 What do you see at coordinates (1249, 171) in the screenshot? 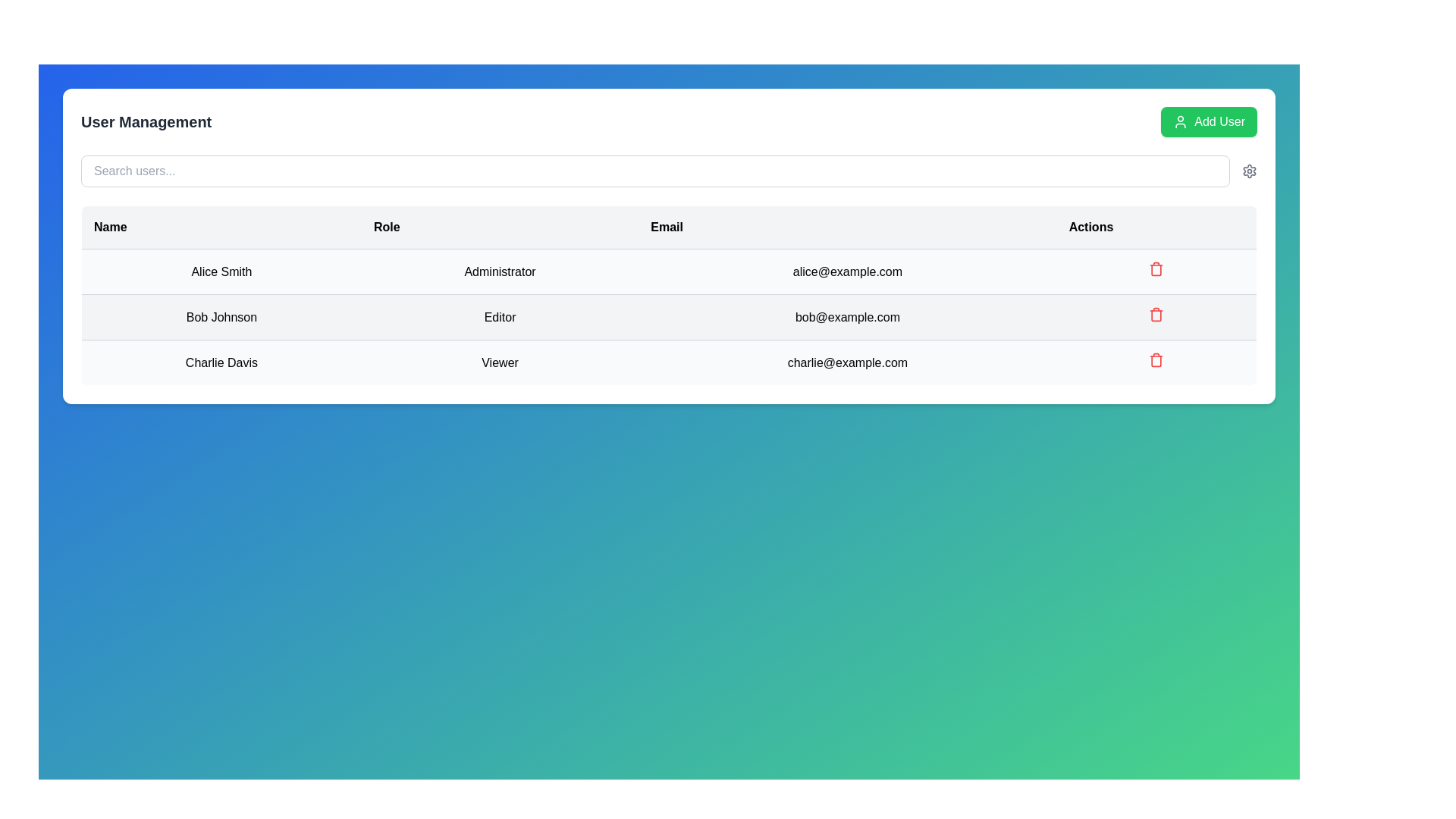
I see `the interactive settings icon located in the top-right corner of the interface` at bounding box center [1249, 171].